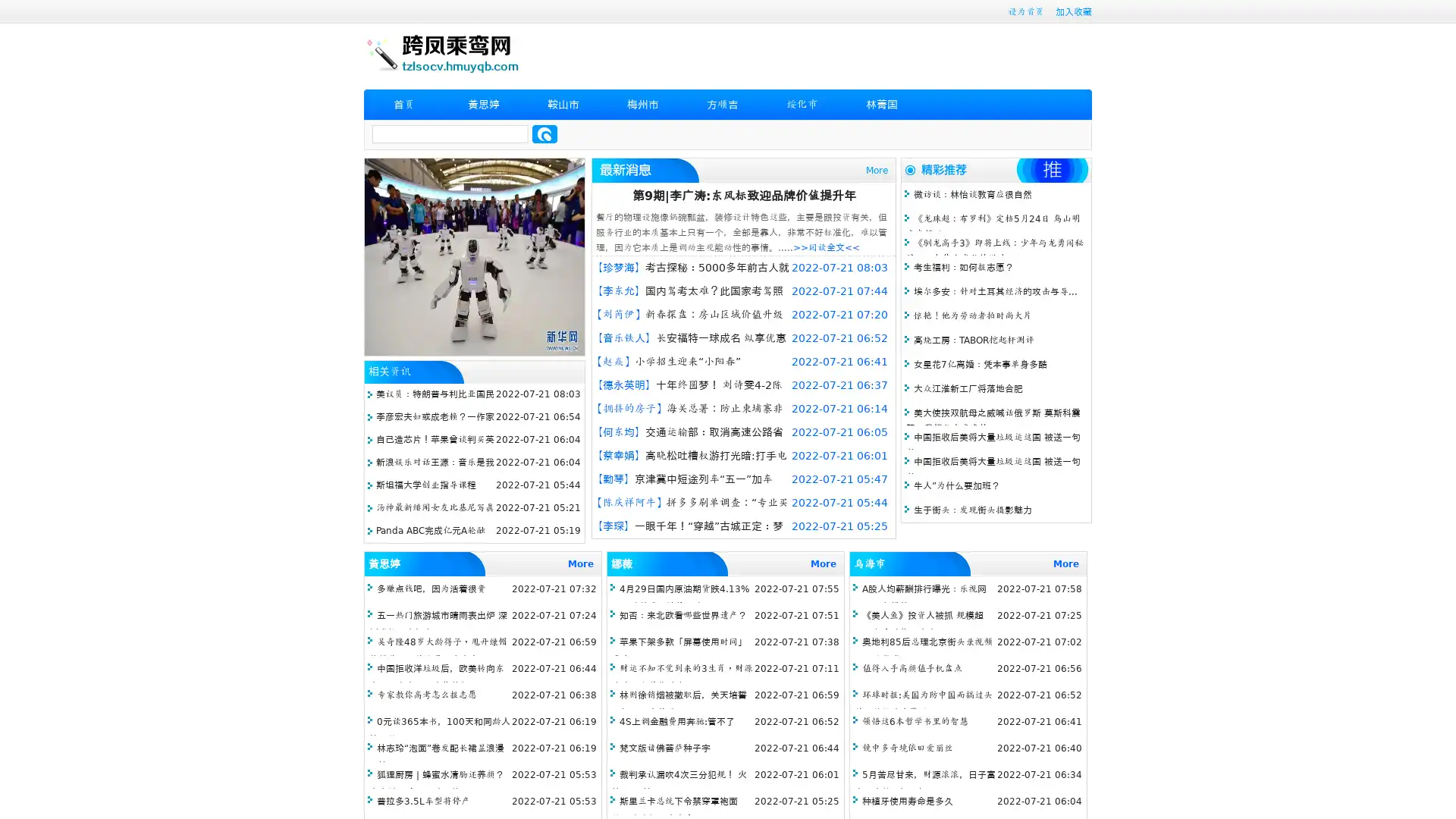 Image resolution: width=1456 pixels, height=819 pixels. Describe the element at coordinates (544, 133) in the screenshot. I see `Search` at that location.